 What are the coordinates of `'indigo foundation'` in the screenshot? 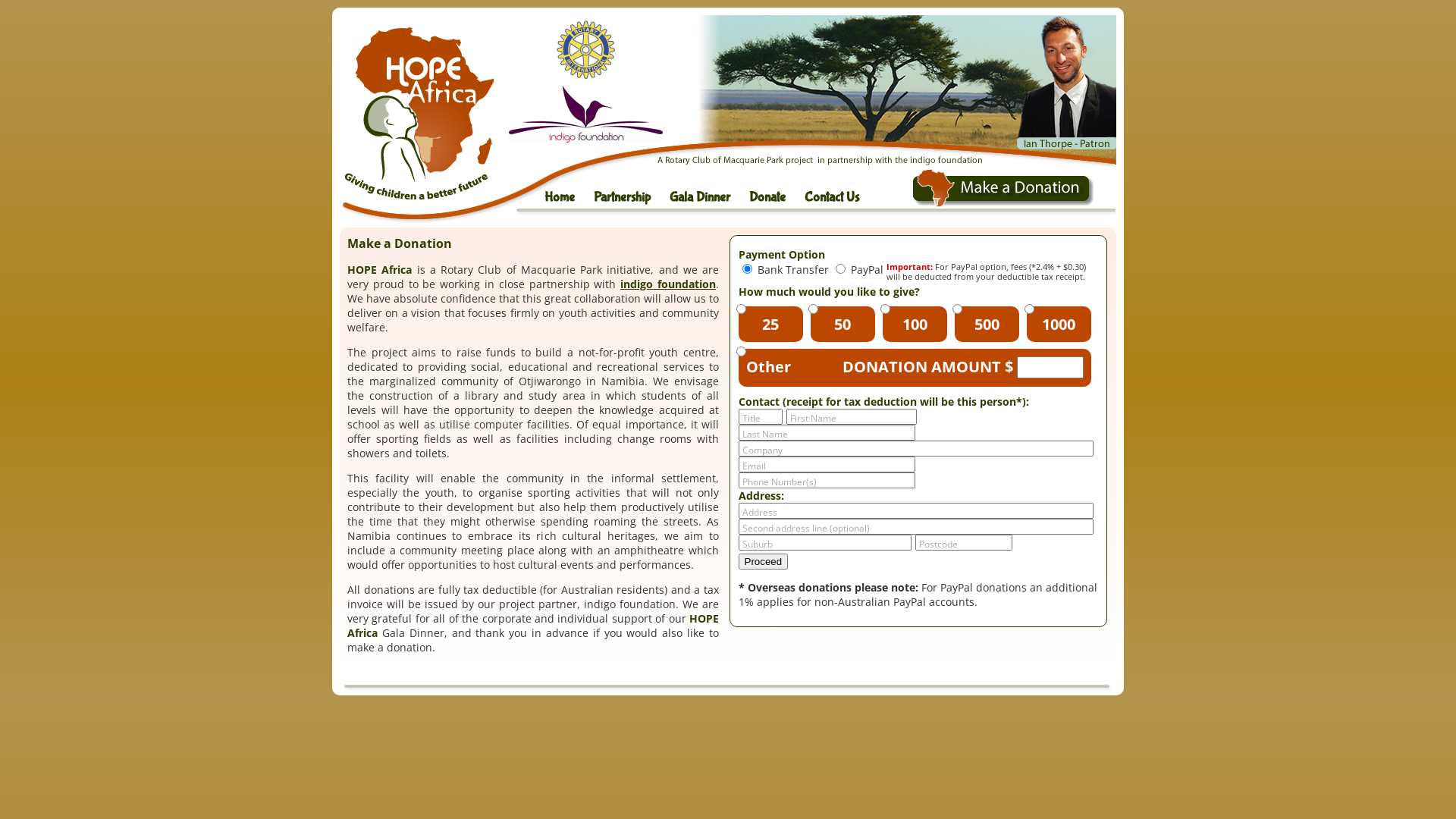 It's located at (667, 284).